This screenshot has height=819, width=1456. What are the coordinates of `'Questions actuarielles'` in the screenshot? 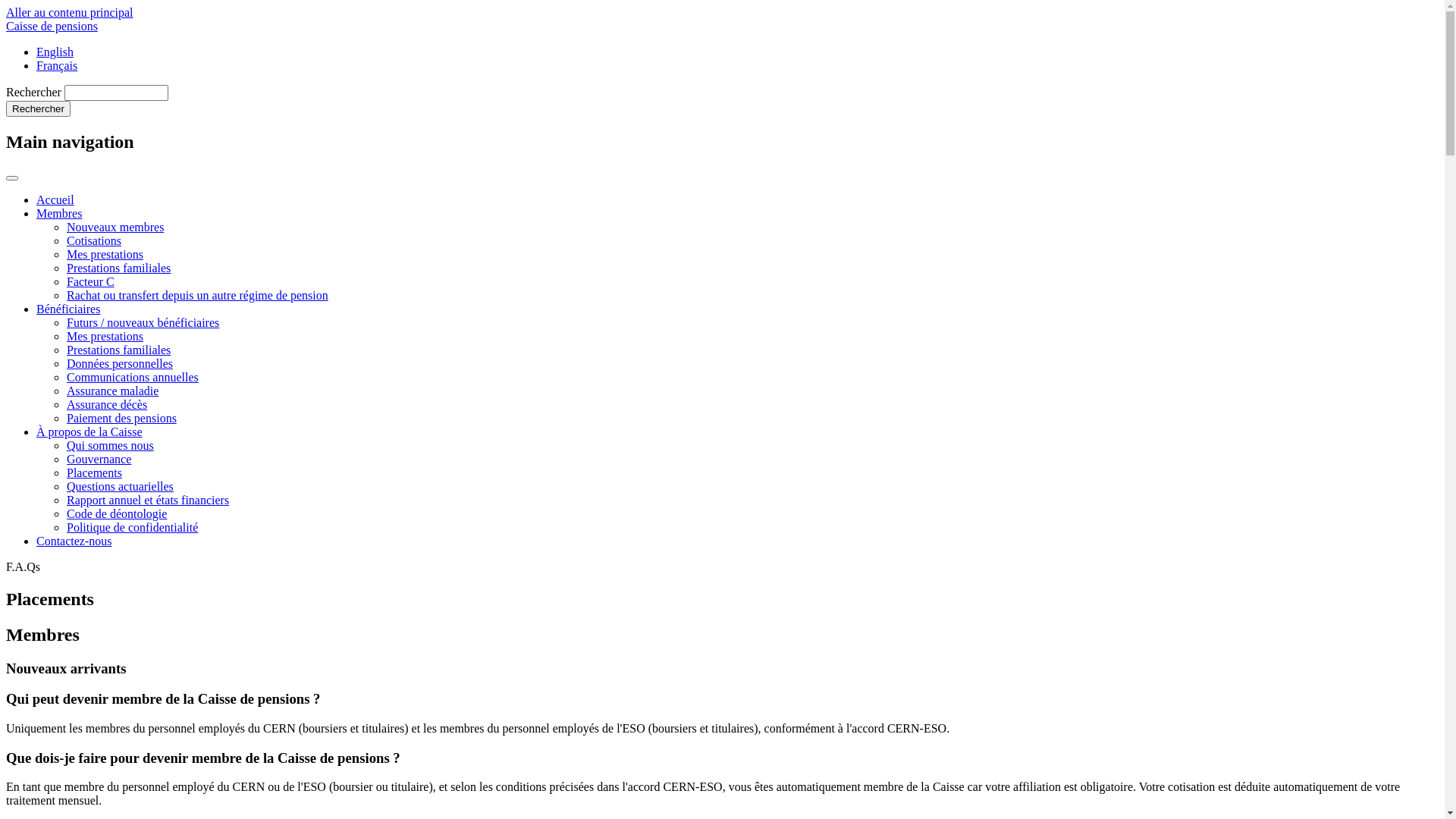 It's located at (119, 486).